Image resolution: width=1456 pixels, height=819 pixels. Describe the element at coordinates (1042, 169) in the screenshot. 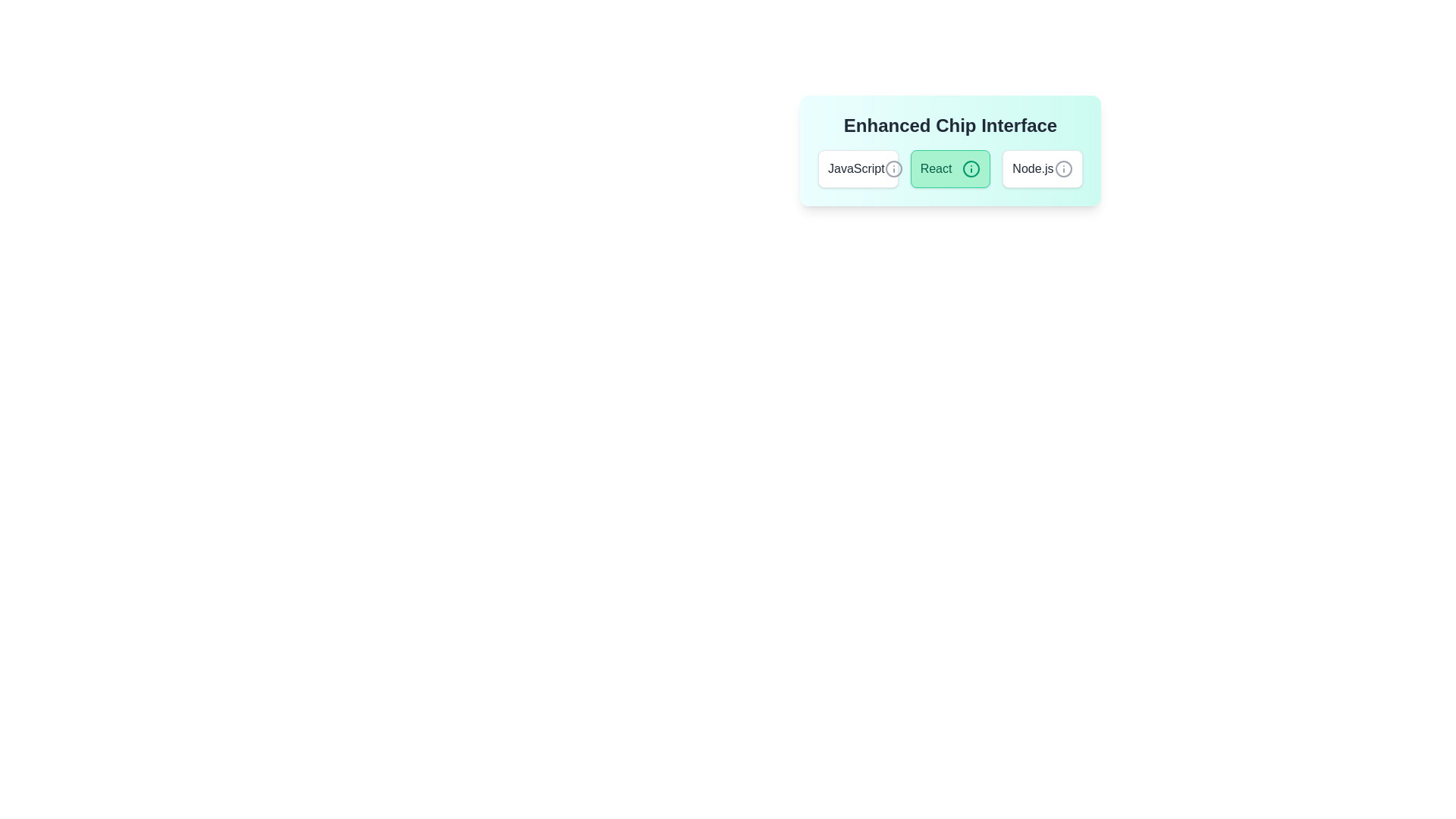

I see `the chip labeled Node.js` at that location.